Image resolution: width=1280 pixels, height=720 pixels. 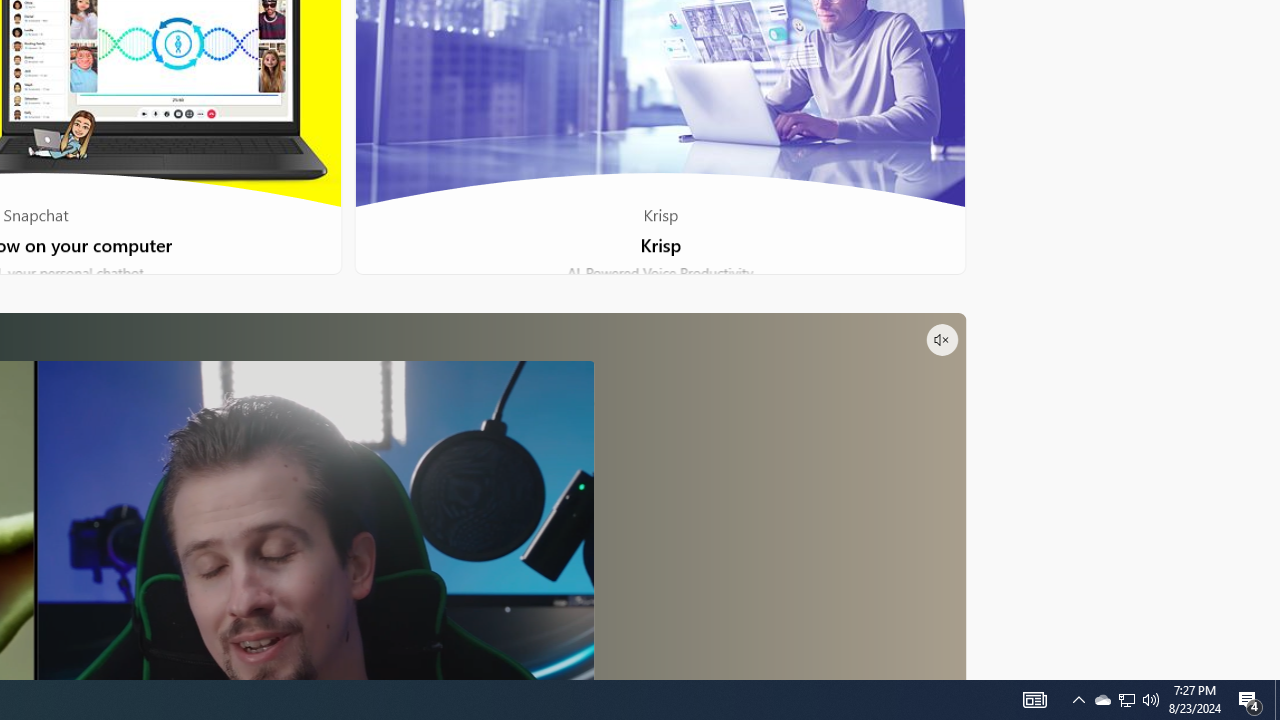 I want to click on 'Unmute', so click(x=940, y=338).